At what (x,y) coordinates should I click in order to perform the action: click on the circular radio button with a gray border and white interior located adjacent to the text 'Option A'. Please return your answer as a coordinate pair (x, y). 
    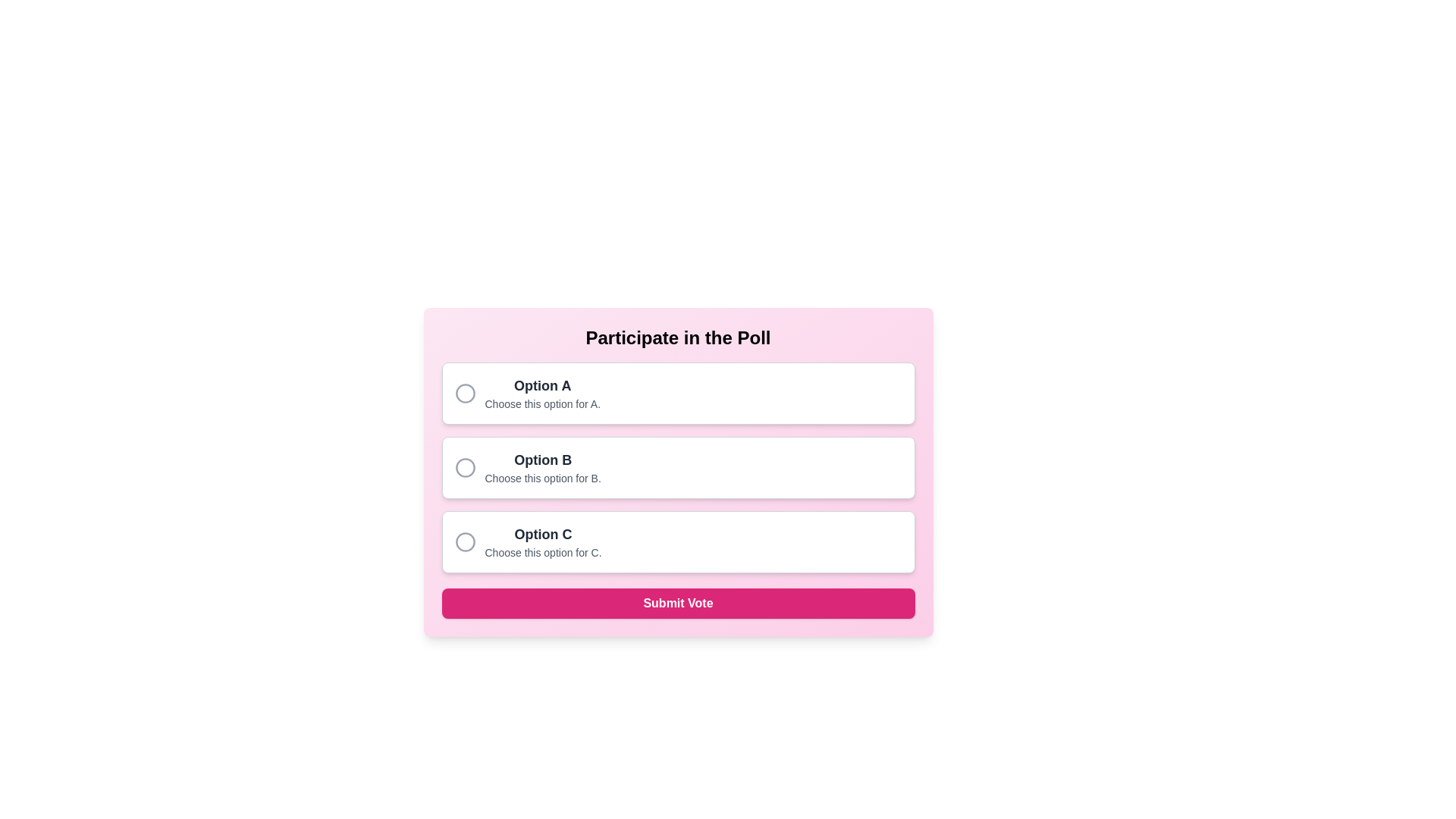
    Looking at the image, I should click on (464, 393).